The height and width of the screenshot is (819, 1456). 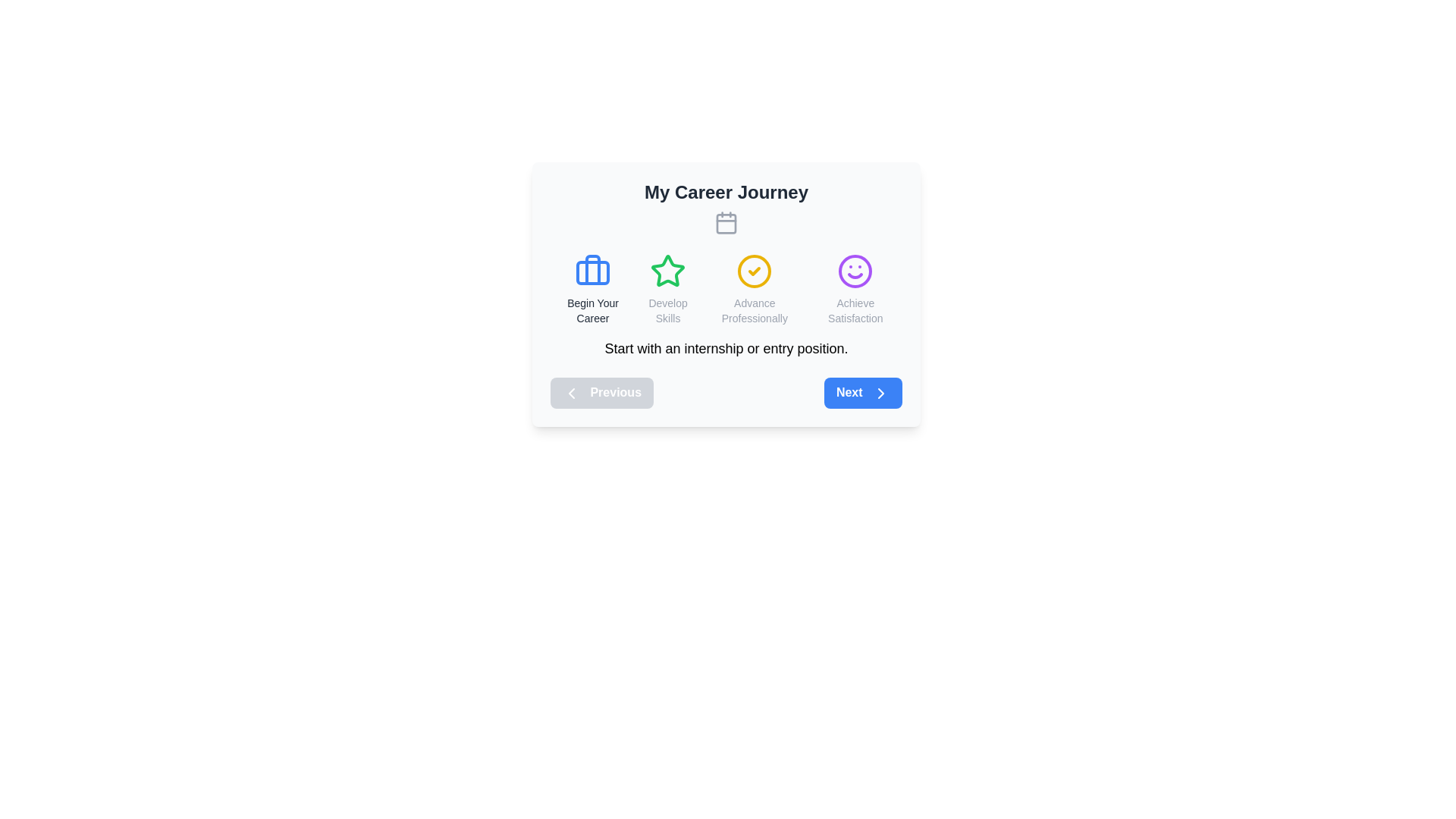 I want to click on the 'Begin Your Career' text label, which indicates the associated briefcase icon in the 'My Career Journey' section, so click(x=592, y=309).